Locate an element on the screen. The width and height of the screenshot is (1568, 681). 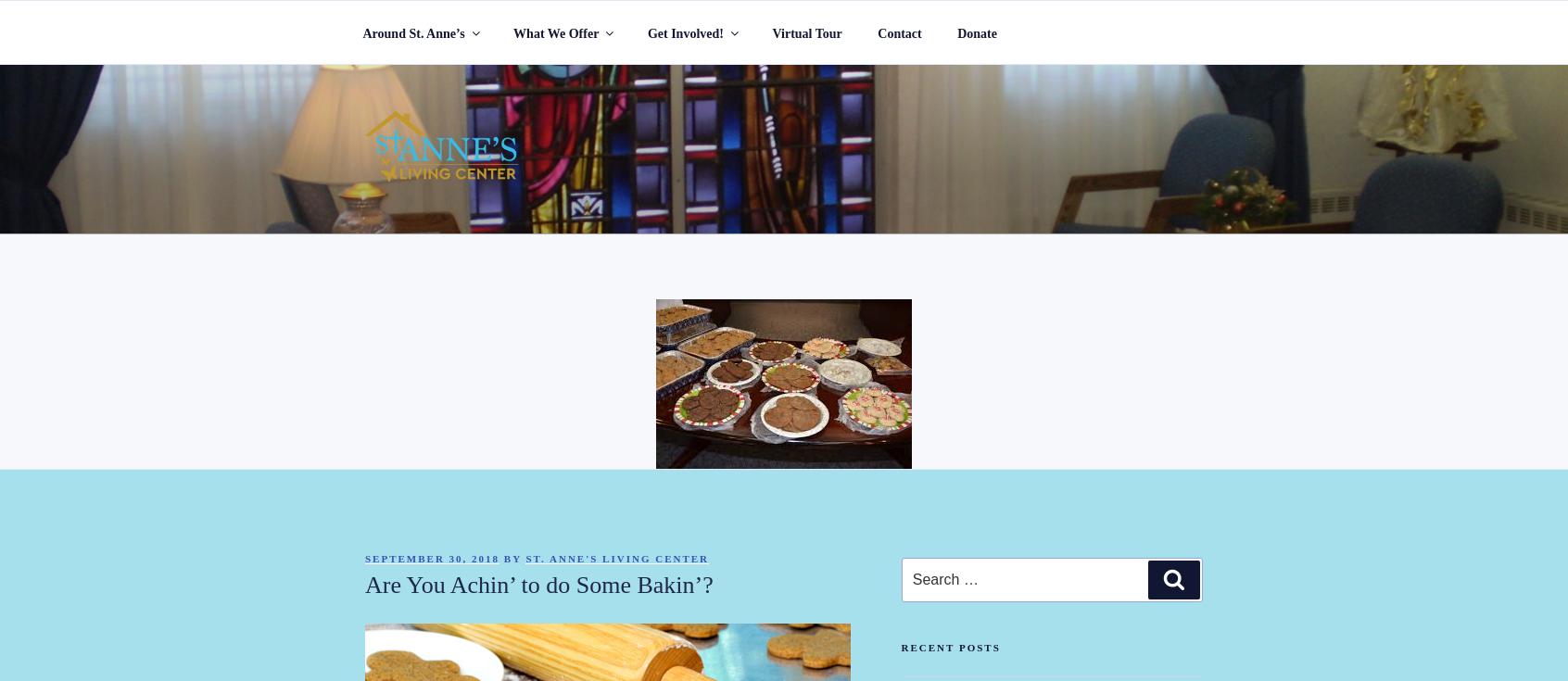
'Donate' is located at coordinates (976, 32).